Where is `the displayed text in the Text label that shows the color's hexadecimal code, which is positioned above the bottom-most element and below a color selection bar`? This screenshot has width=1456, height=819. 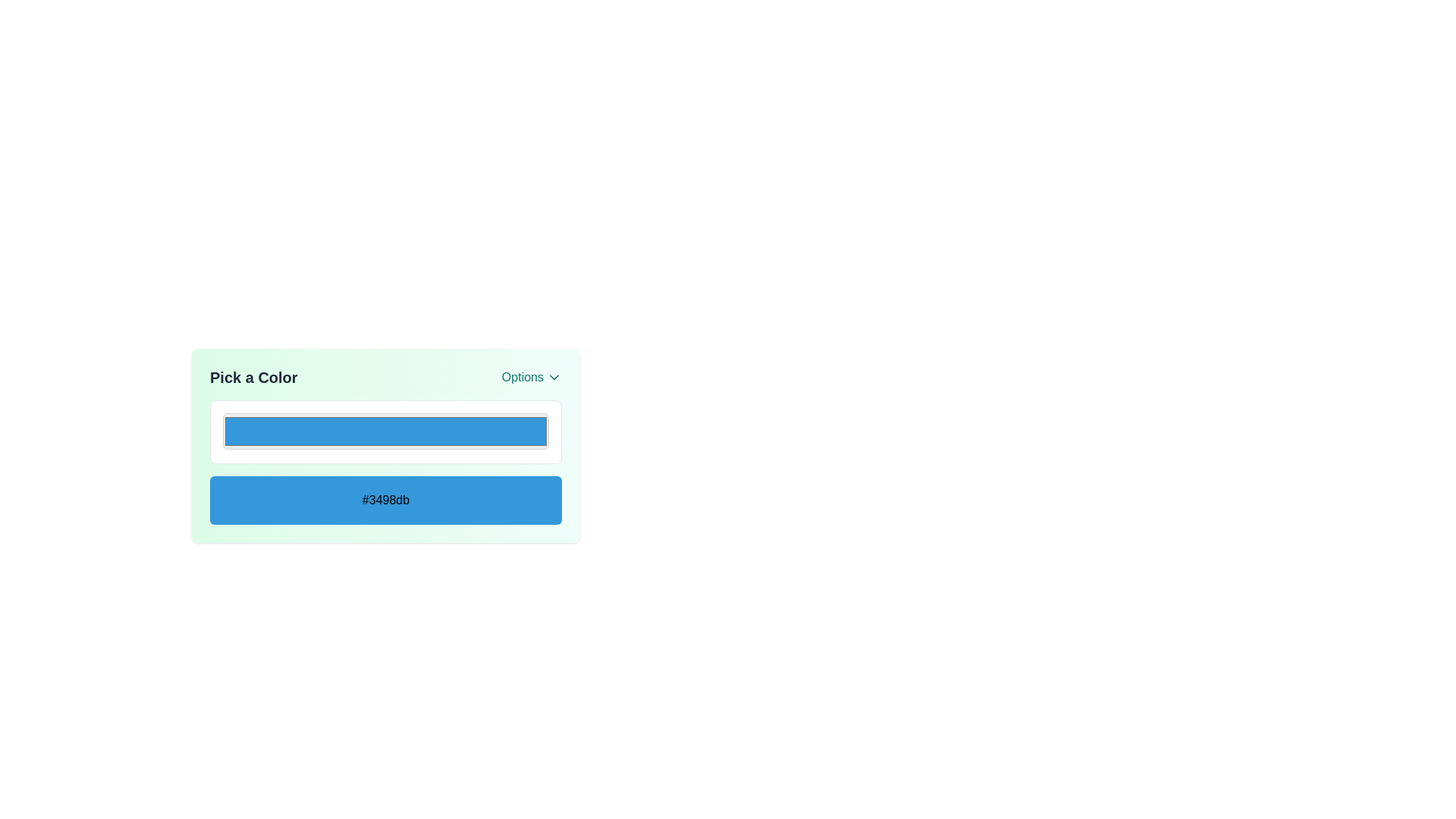 the displayed text in the Text label that shows the color's hexadecimal code, which is positioned above the bottom-most element and below a color selection bar is located at coordinates (385, 483).